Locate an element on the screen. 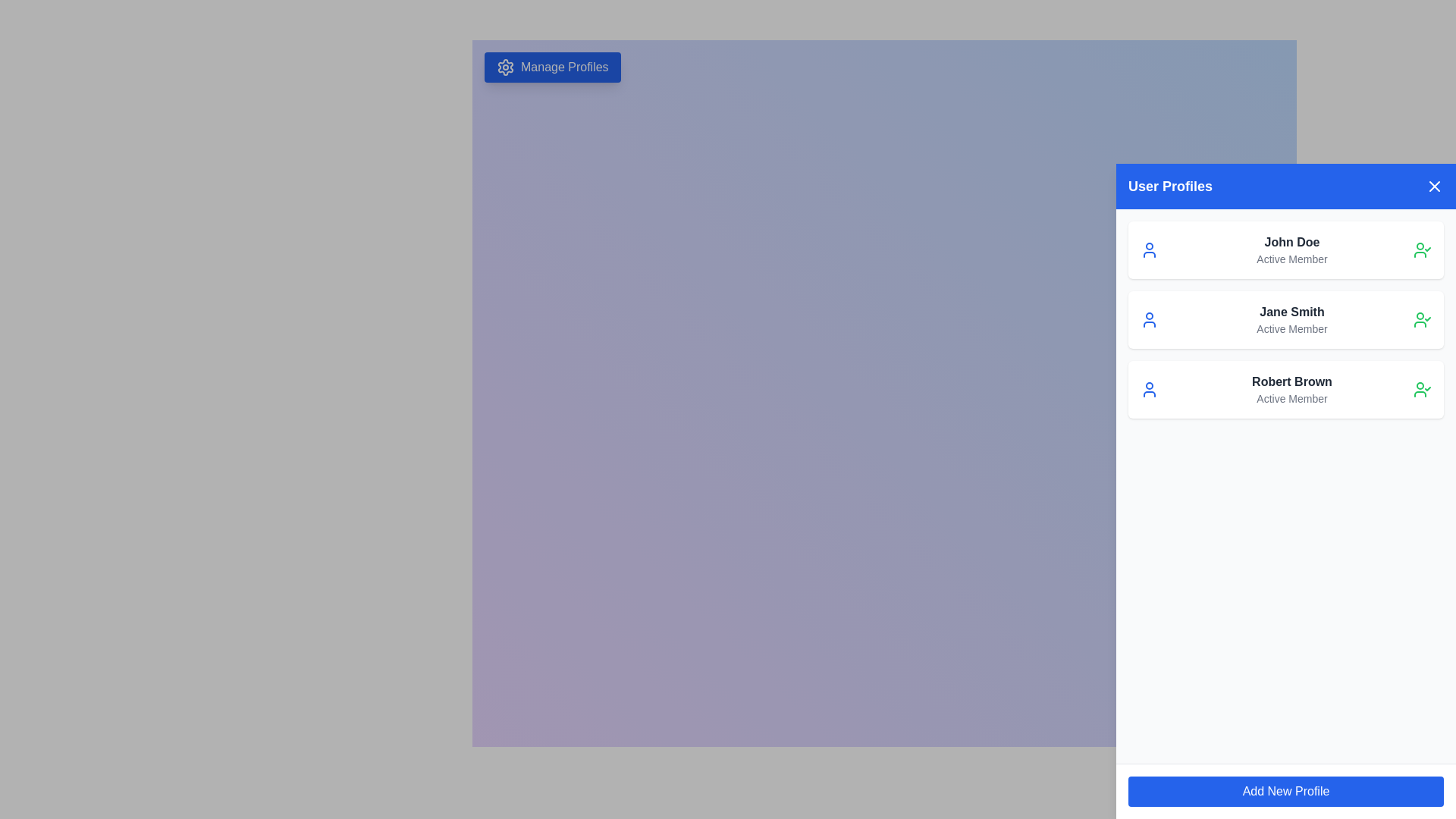  the close button for the 'User Profiles' panel is located at coordinates (1433, 186).